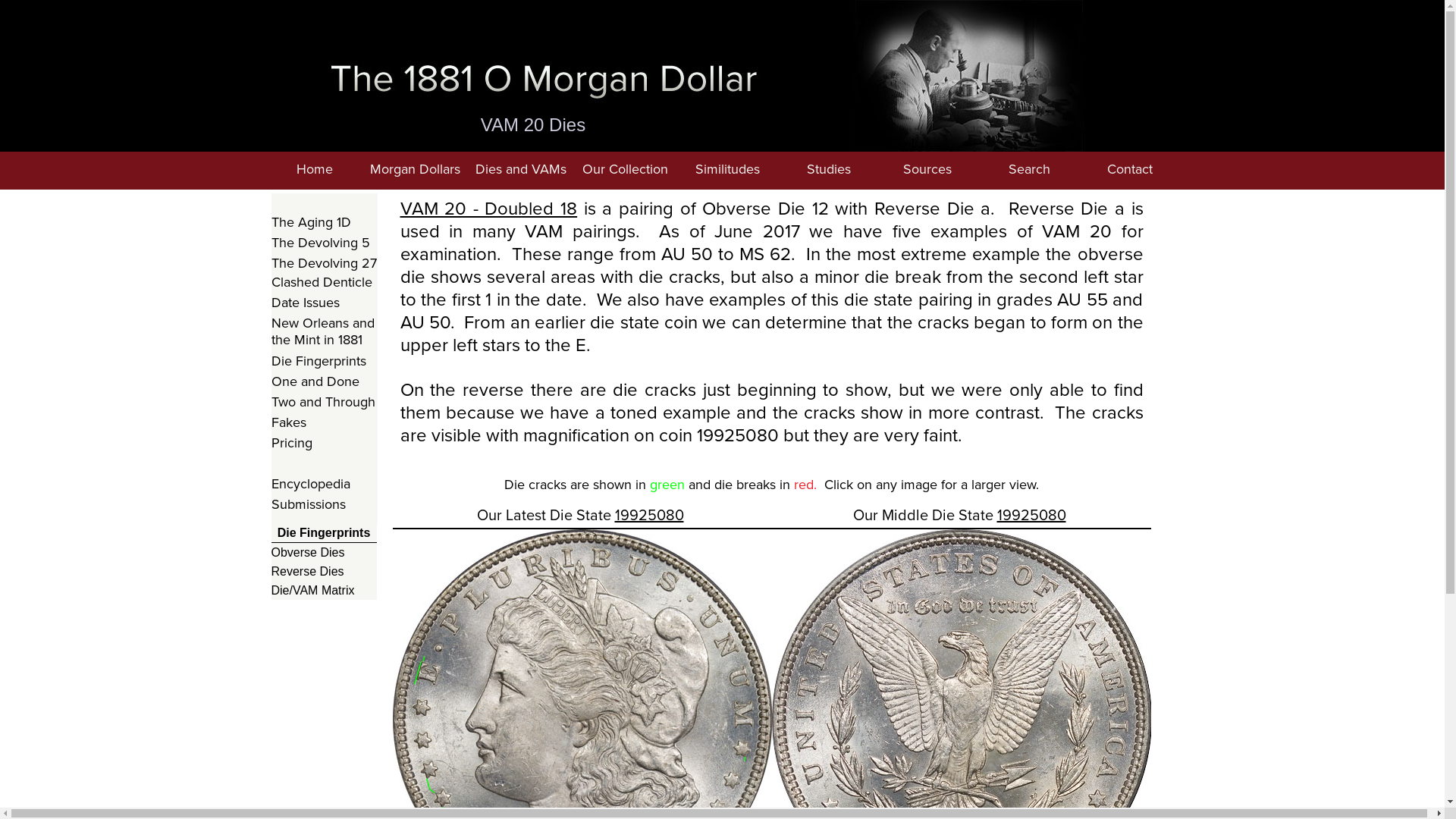  What do you see at coordinates (415, 170) in the screenshot?
I see `'Morgan Dollars'` at bounding box center [415, 170].